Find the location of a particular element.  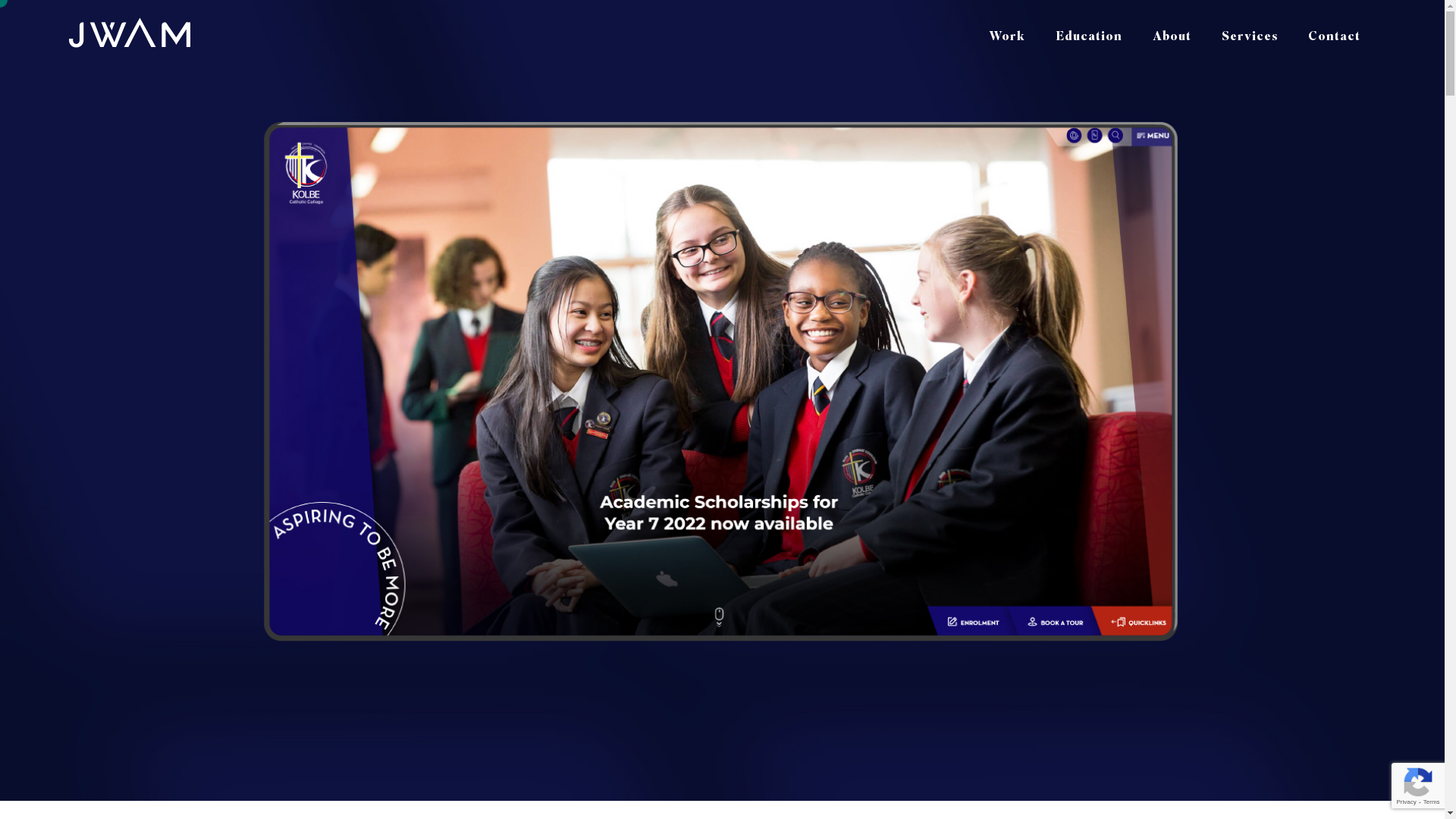

'About' is located at coordinates (1171, 32).